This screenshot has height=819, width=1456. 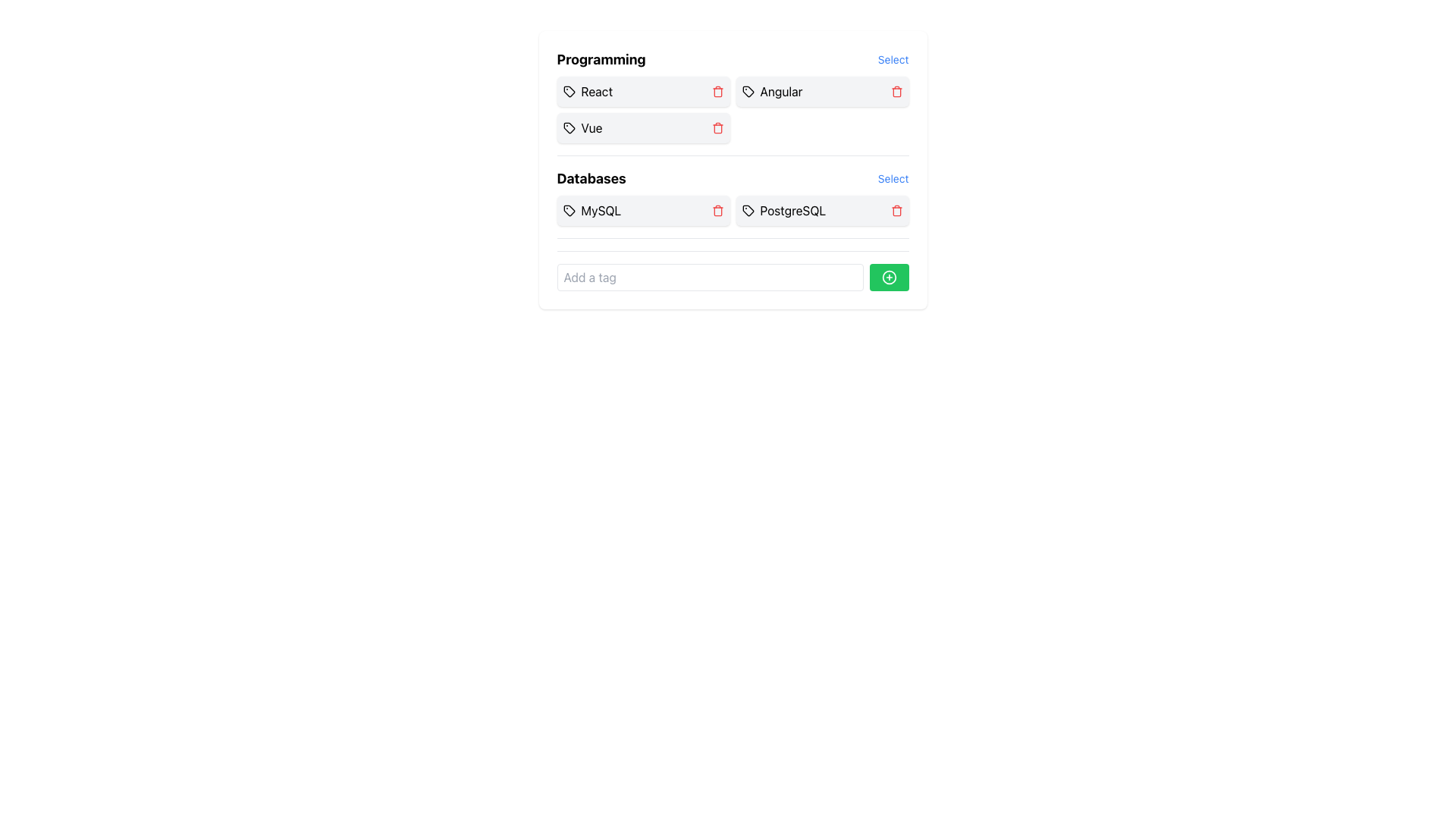 What do you see at coordinates (748, 91) in the screenshot?
I see `the tag-shaped SVG icon located to the left of the text 'Angular' in the 'Programming' section` at bounding box center [748, 91].